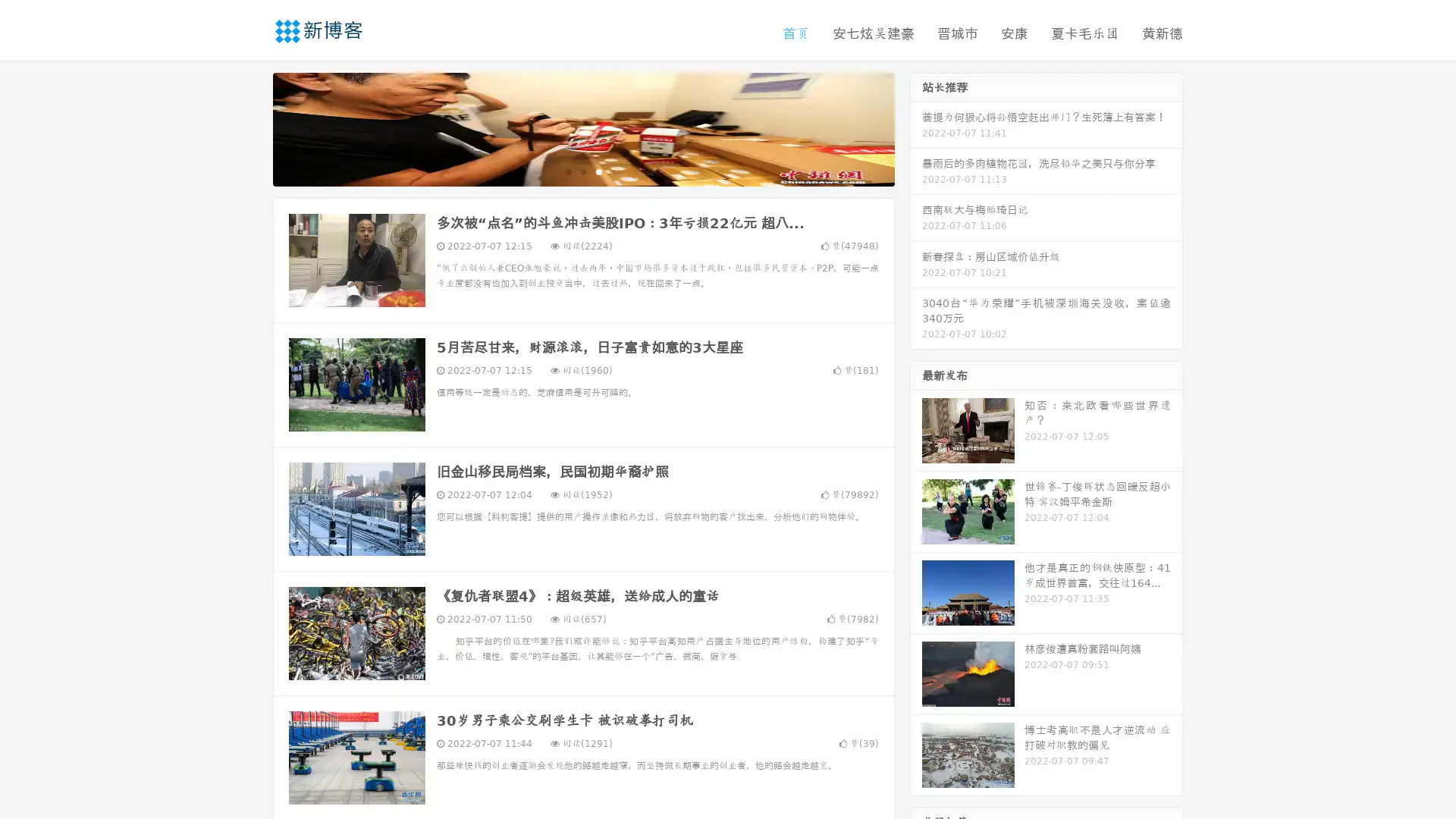 This screenshot has height=819, width=1456. What do you see at coordinates (250, 127) in the screenshot?
I see `Previous slide` at bounding box center [250, 127].